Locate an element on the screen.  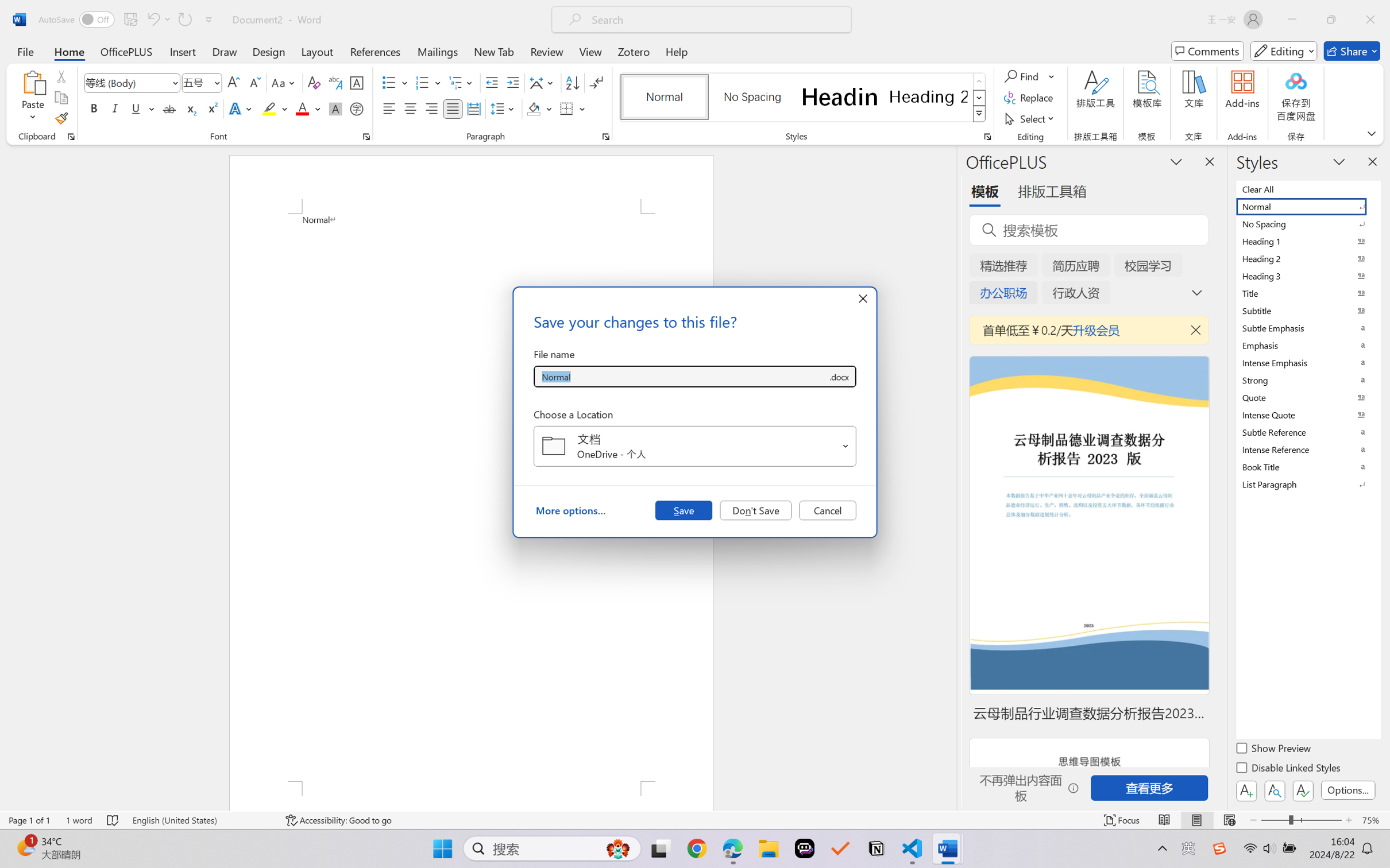
'Font Color Red' is located at coordinates (303, 108).